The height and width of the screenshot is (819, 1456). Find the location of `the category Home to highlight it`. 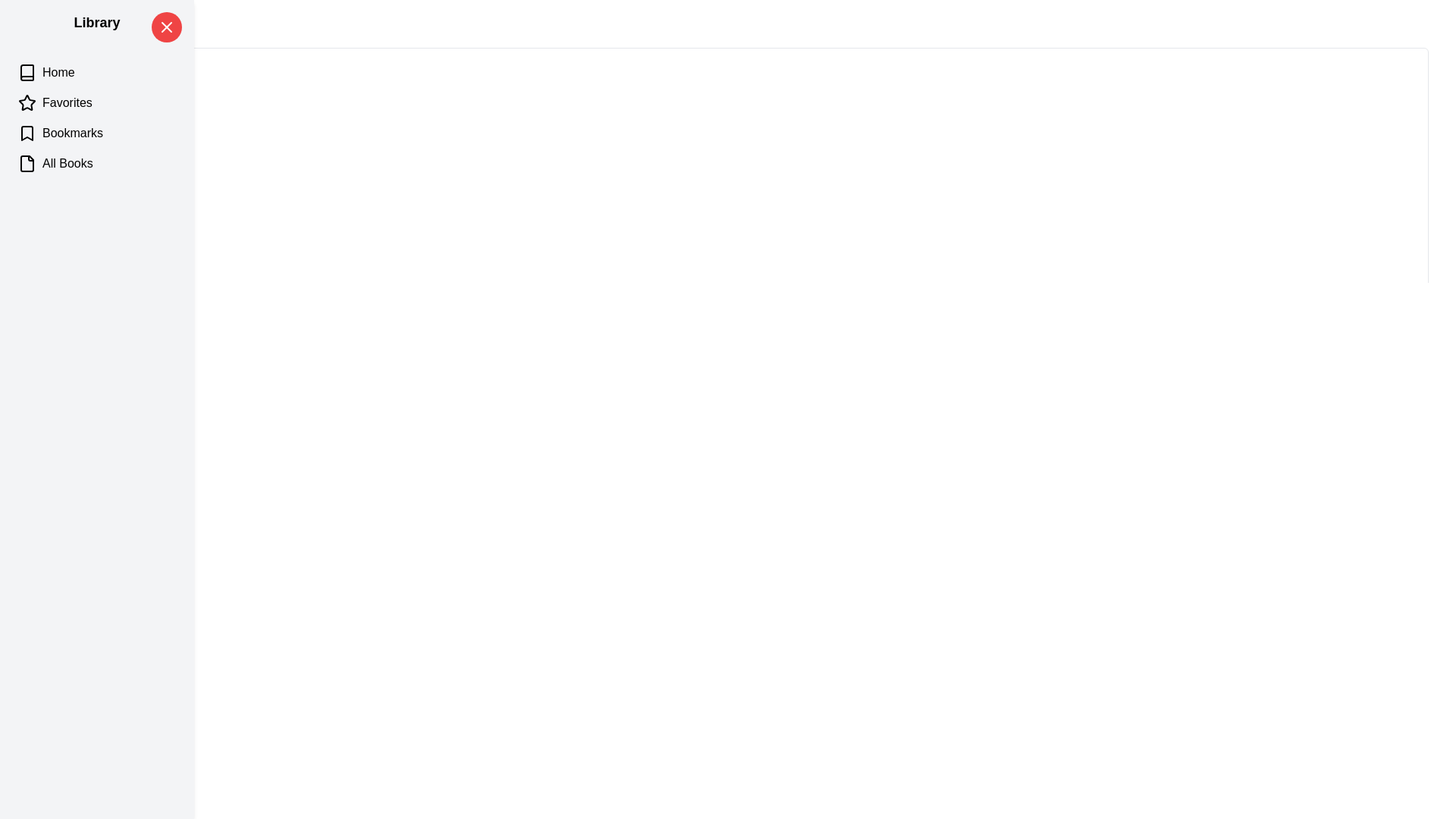

the category Home to highlight it is located at coordinates (96, 73).